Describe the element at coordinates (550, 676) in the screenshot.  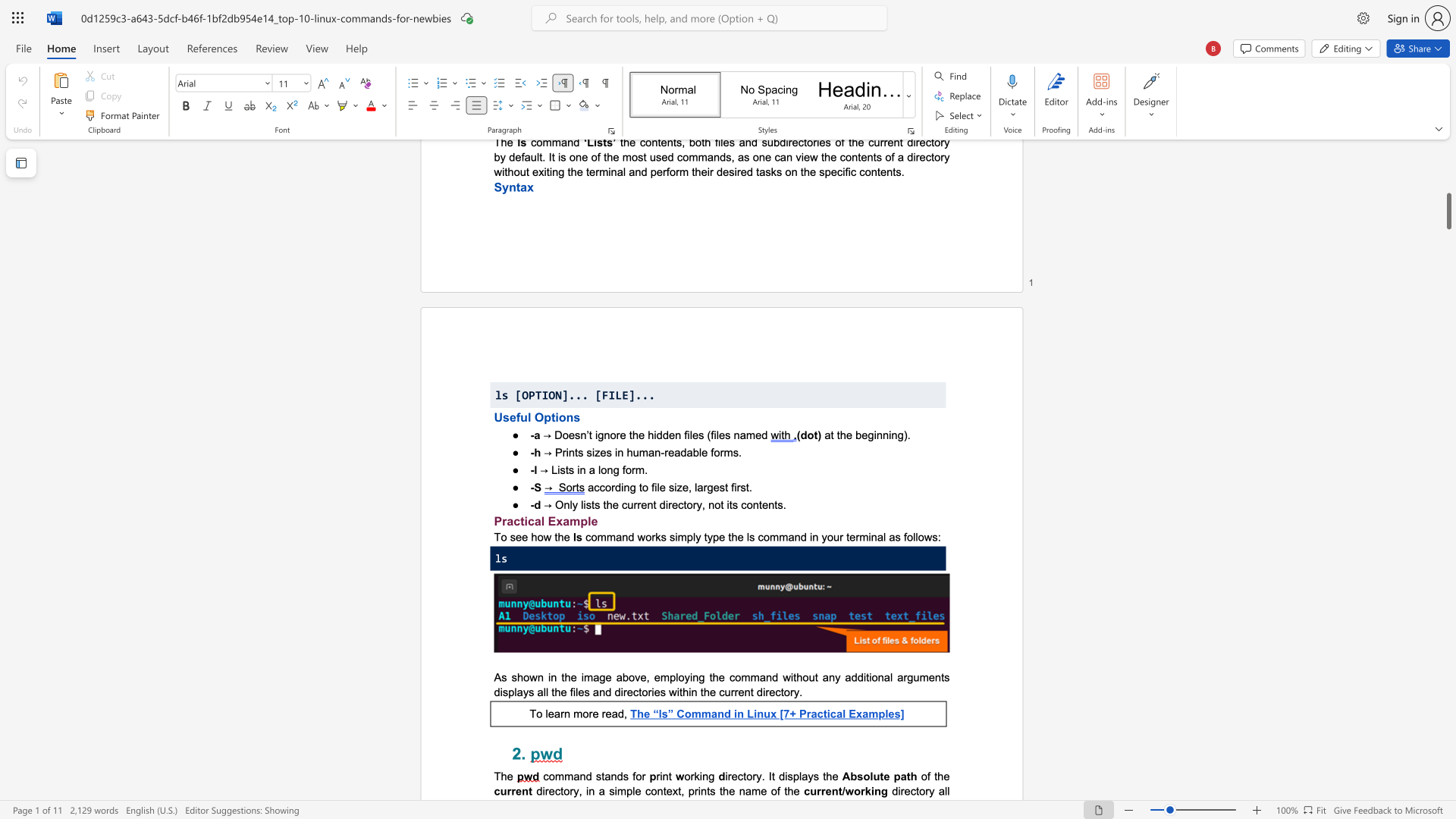
I see `the subset text "n the image above, employing the command w" within the text "As shown in the image above, employing the command without any"` at that location.